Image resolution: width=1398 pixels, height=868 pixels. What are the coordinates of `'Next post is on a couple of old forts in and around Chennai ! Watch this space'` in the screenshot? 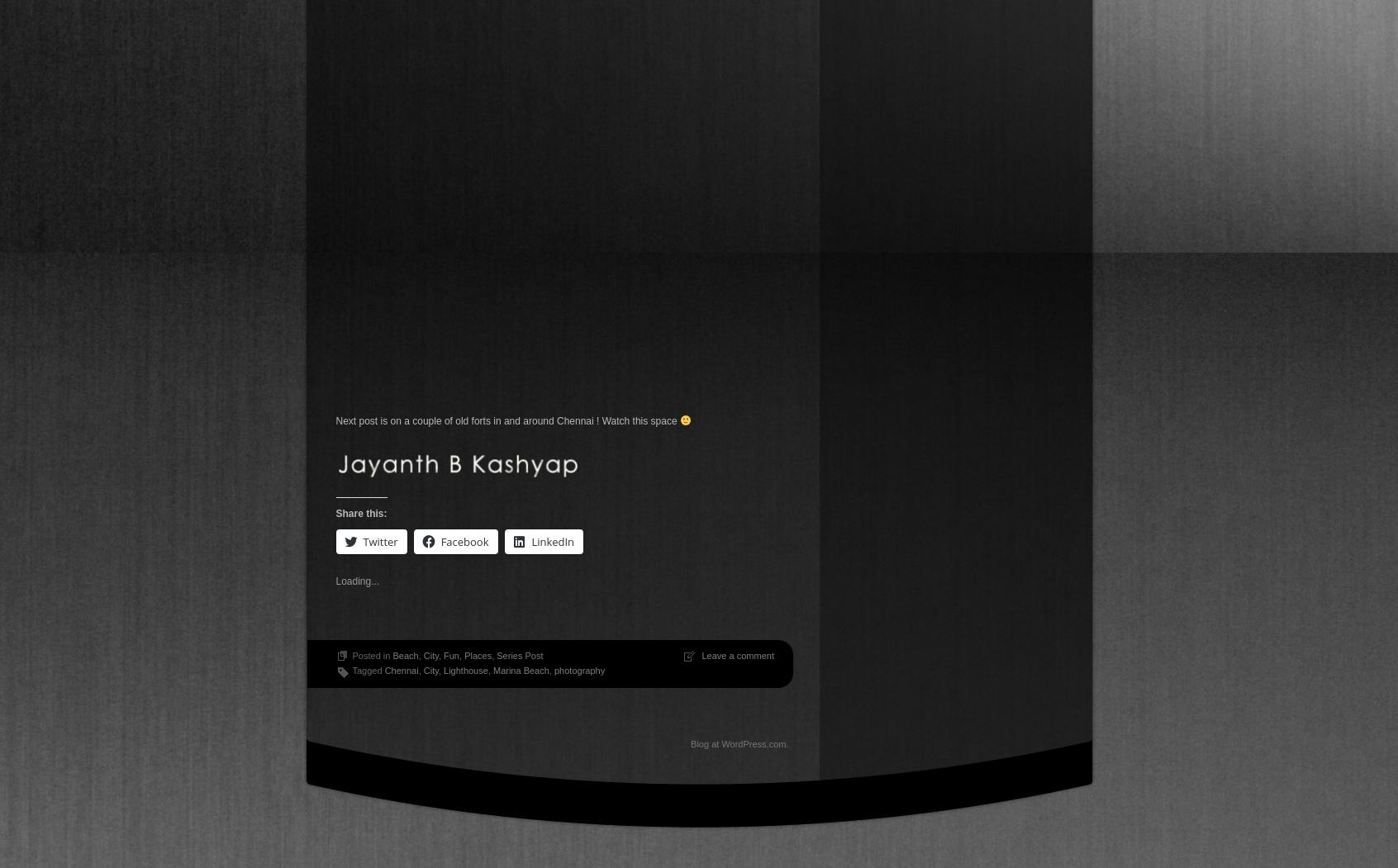 It's located at (506, 420).